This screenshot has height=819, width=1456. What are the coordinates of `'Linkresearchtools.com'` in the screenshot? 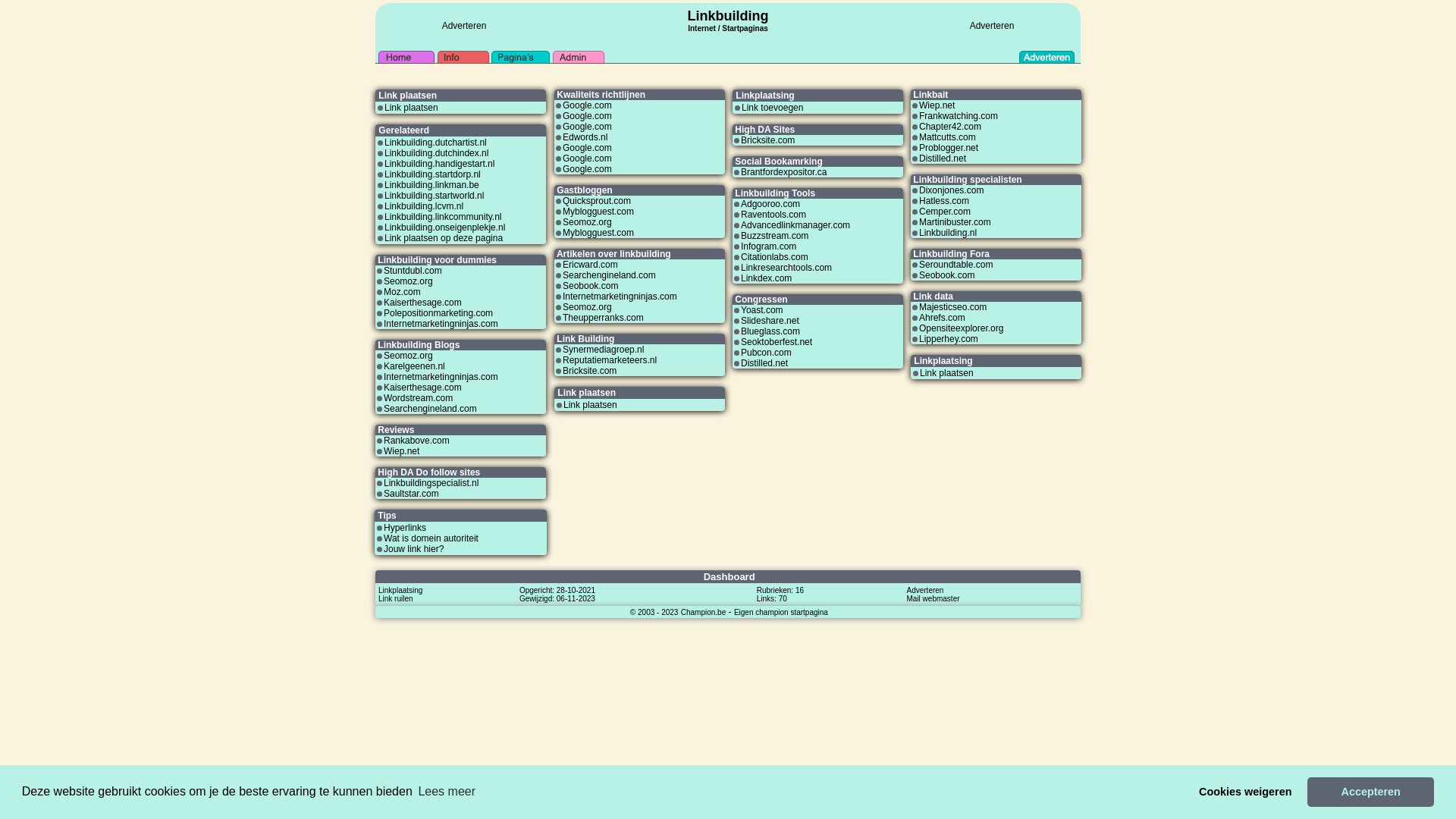 It's located at (786, 267).